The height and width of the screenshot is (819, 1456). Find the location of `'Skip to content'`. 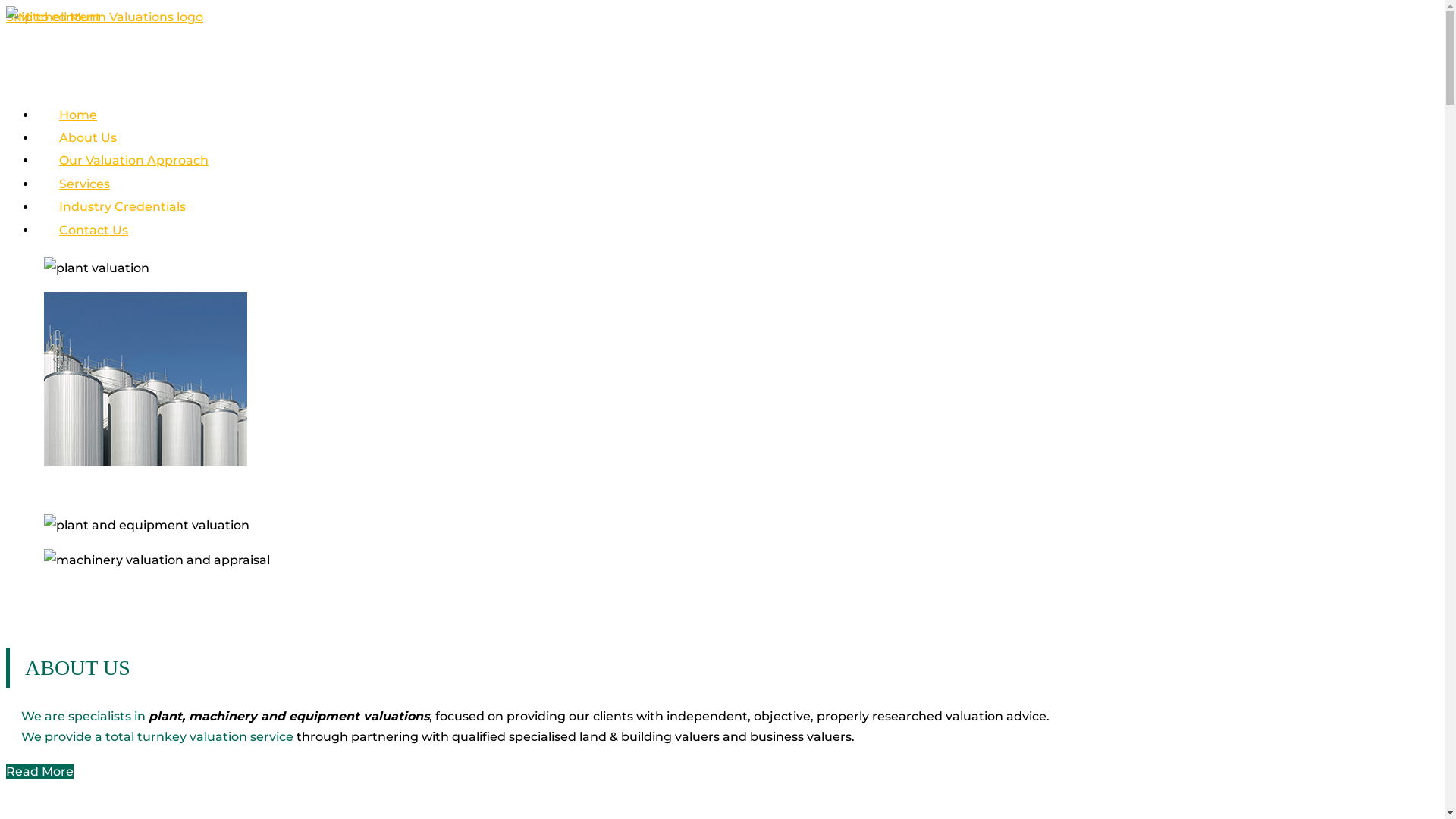

'Skip to content' is located at coordinates (53, 17).